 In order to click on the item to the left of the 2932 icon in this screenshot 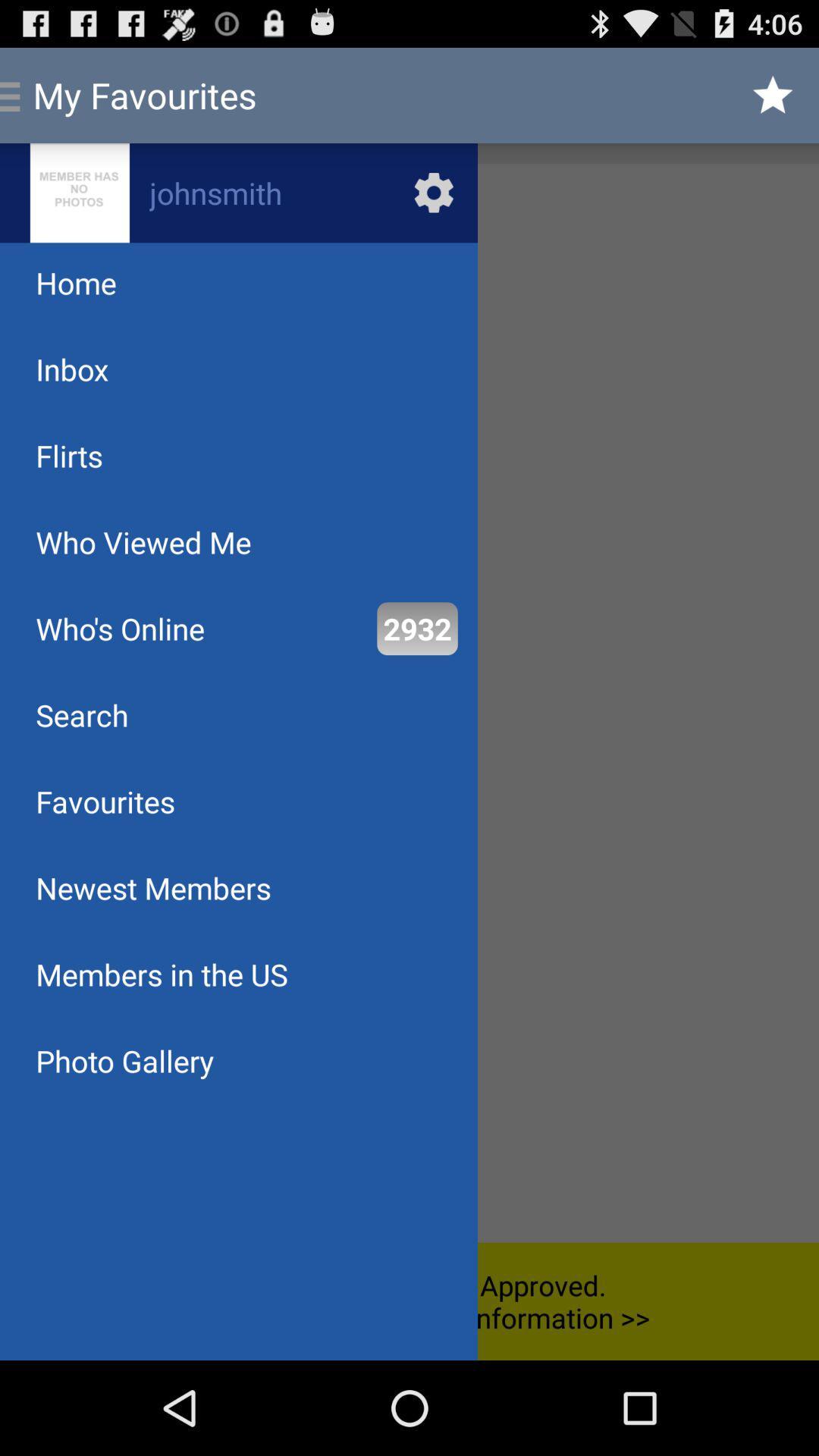, I will do `click(119, 629)`.